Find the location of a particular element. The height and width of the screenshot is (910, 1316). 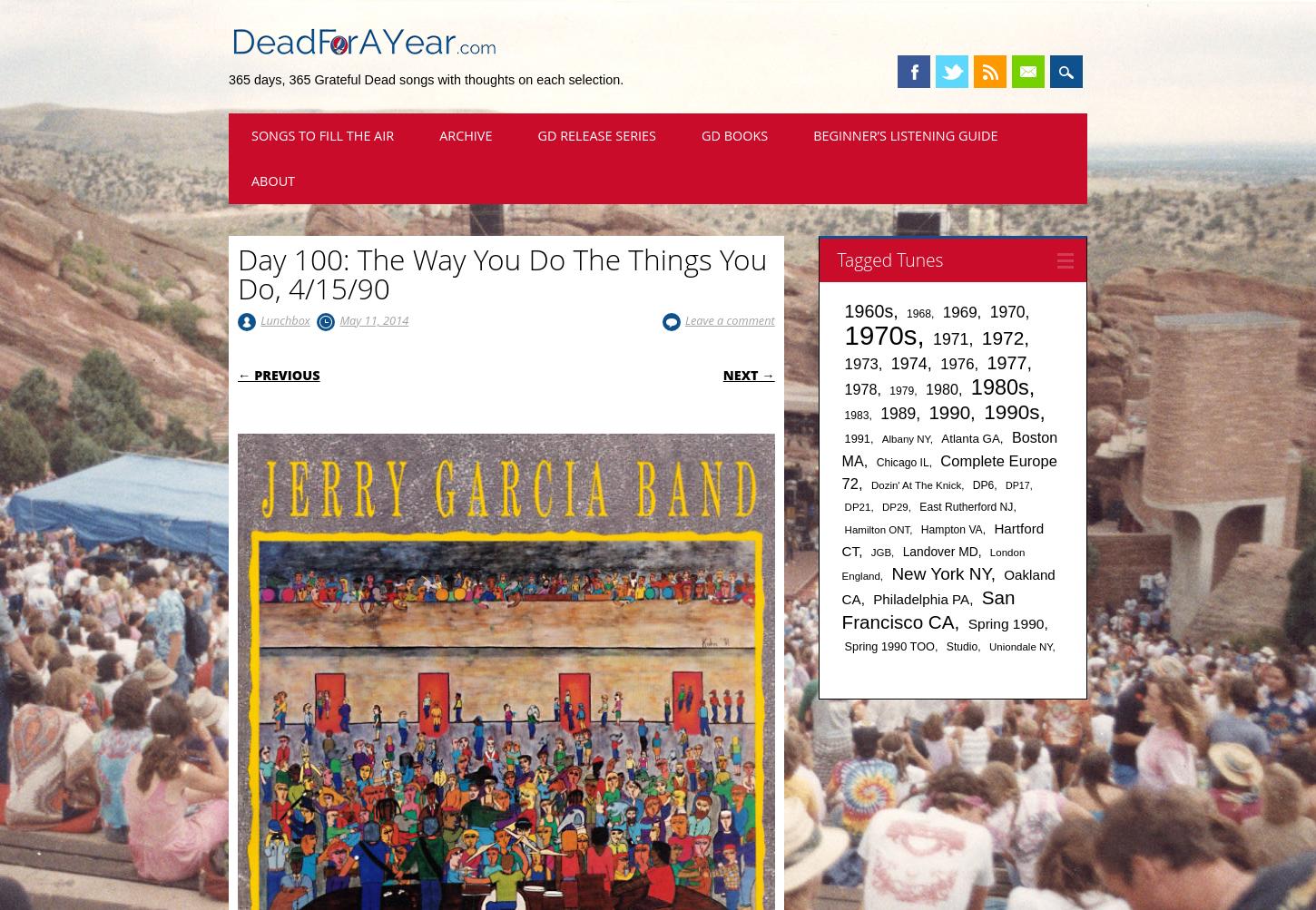

'DP21' is located at coordinates (856, 505).